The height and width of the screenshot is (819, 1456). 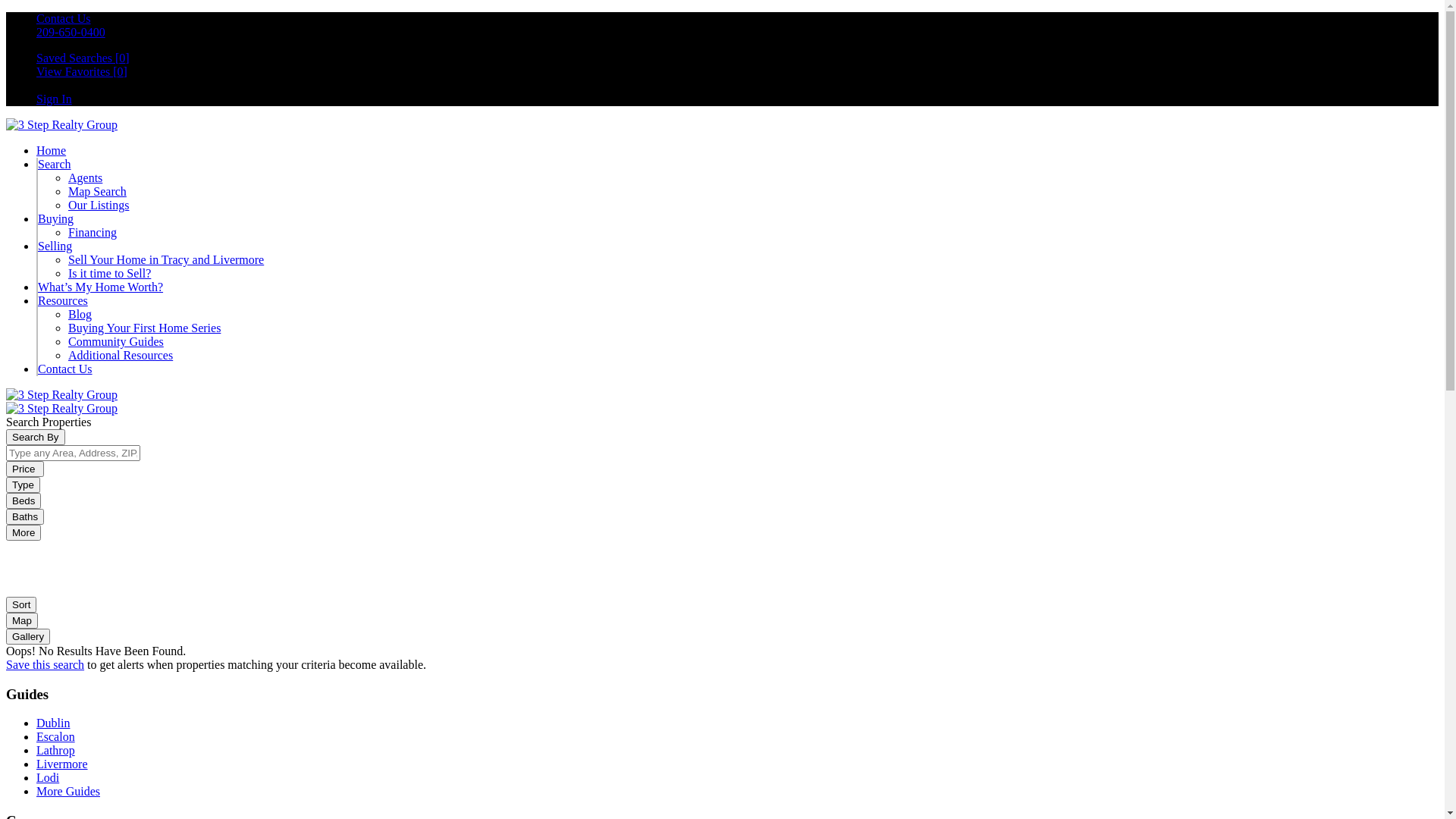 I want to click on 'Home', so click(x=51, y=150).